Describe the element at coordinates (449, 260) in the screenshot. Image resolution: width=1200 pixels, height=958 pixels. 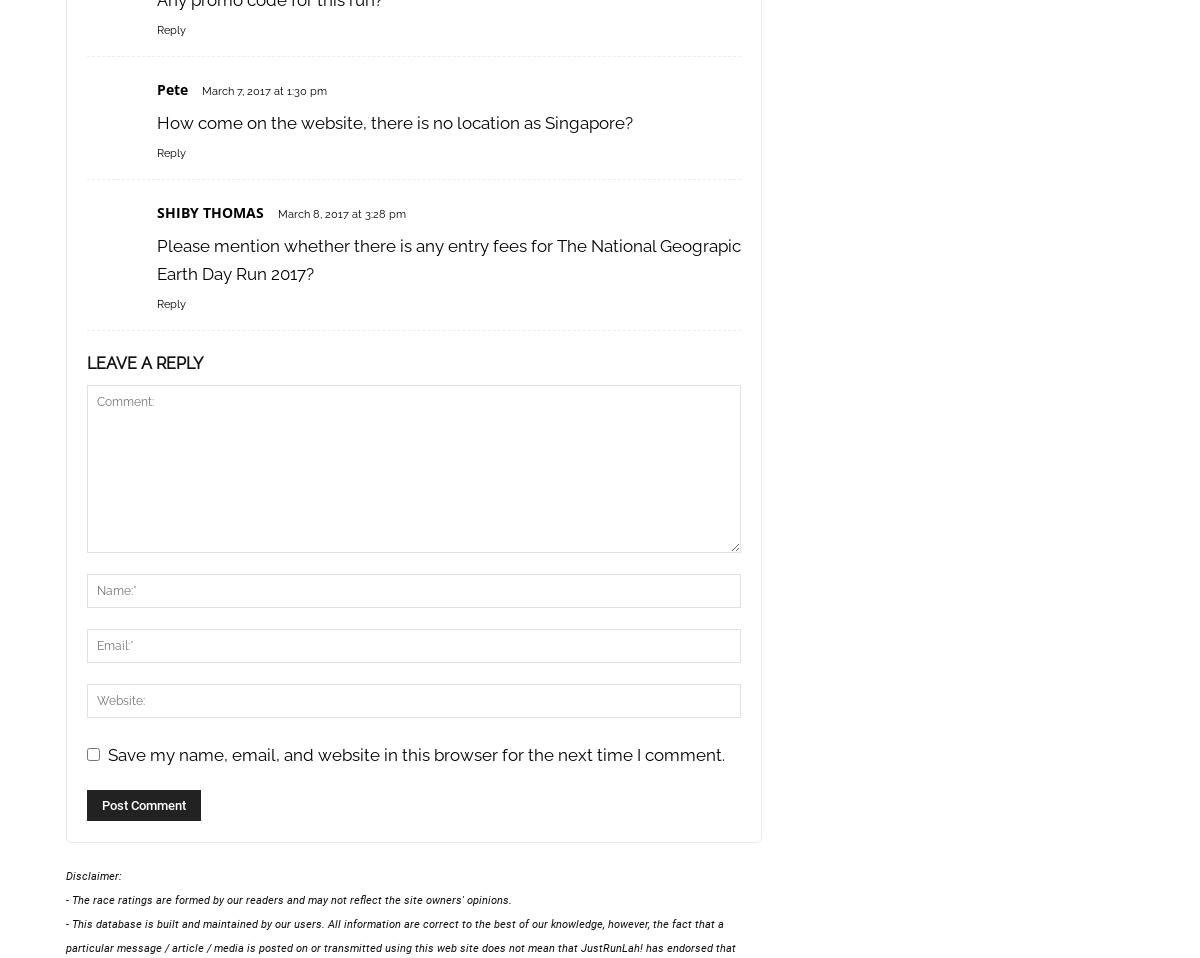
I see `'Please mention whether there is any entry fees  for The National Geograpic Earth Day Run 2017?'` at that location.